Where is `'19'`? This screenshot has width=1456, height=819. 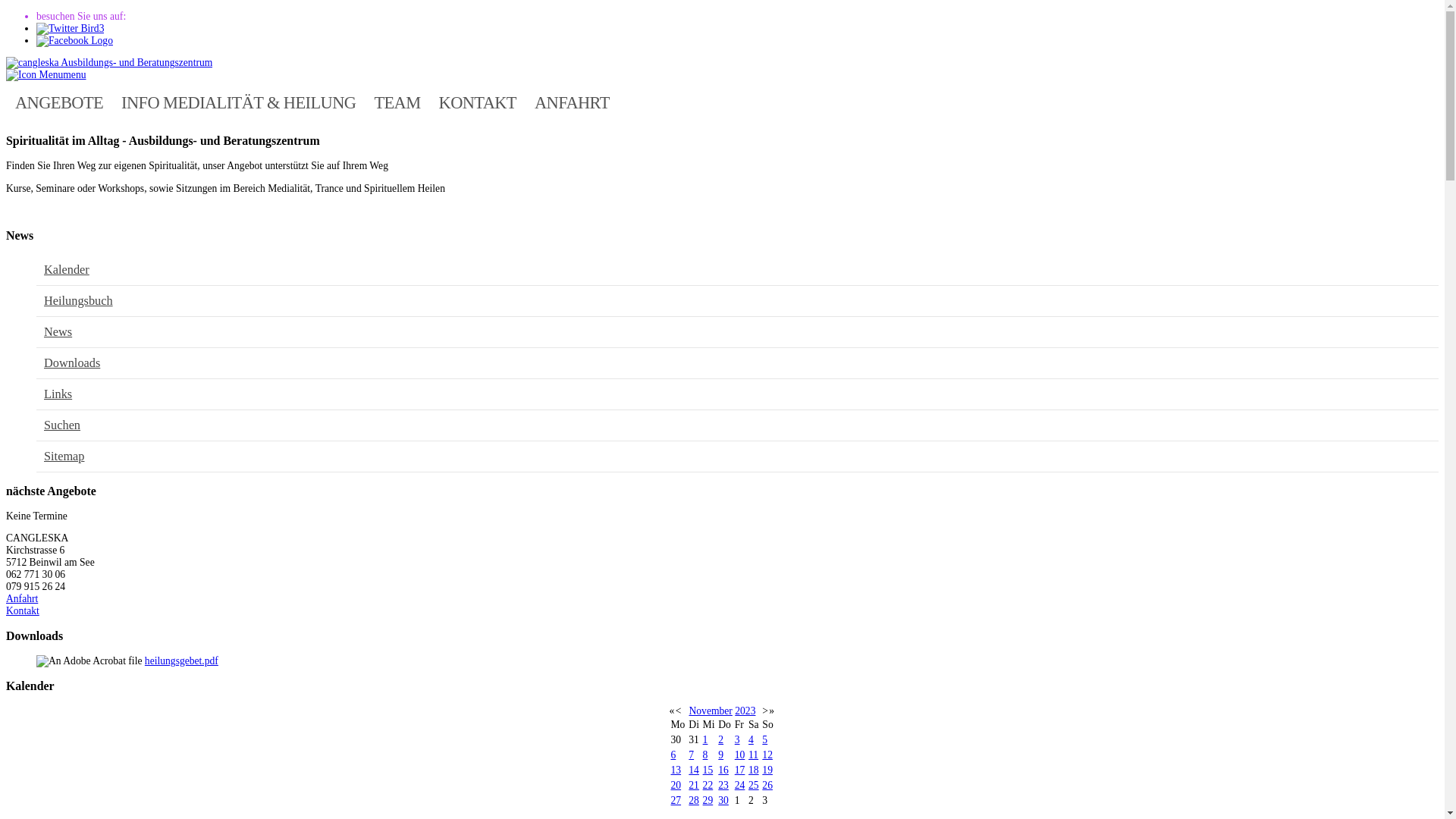 '19' is located at coordinates (767, 770).